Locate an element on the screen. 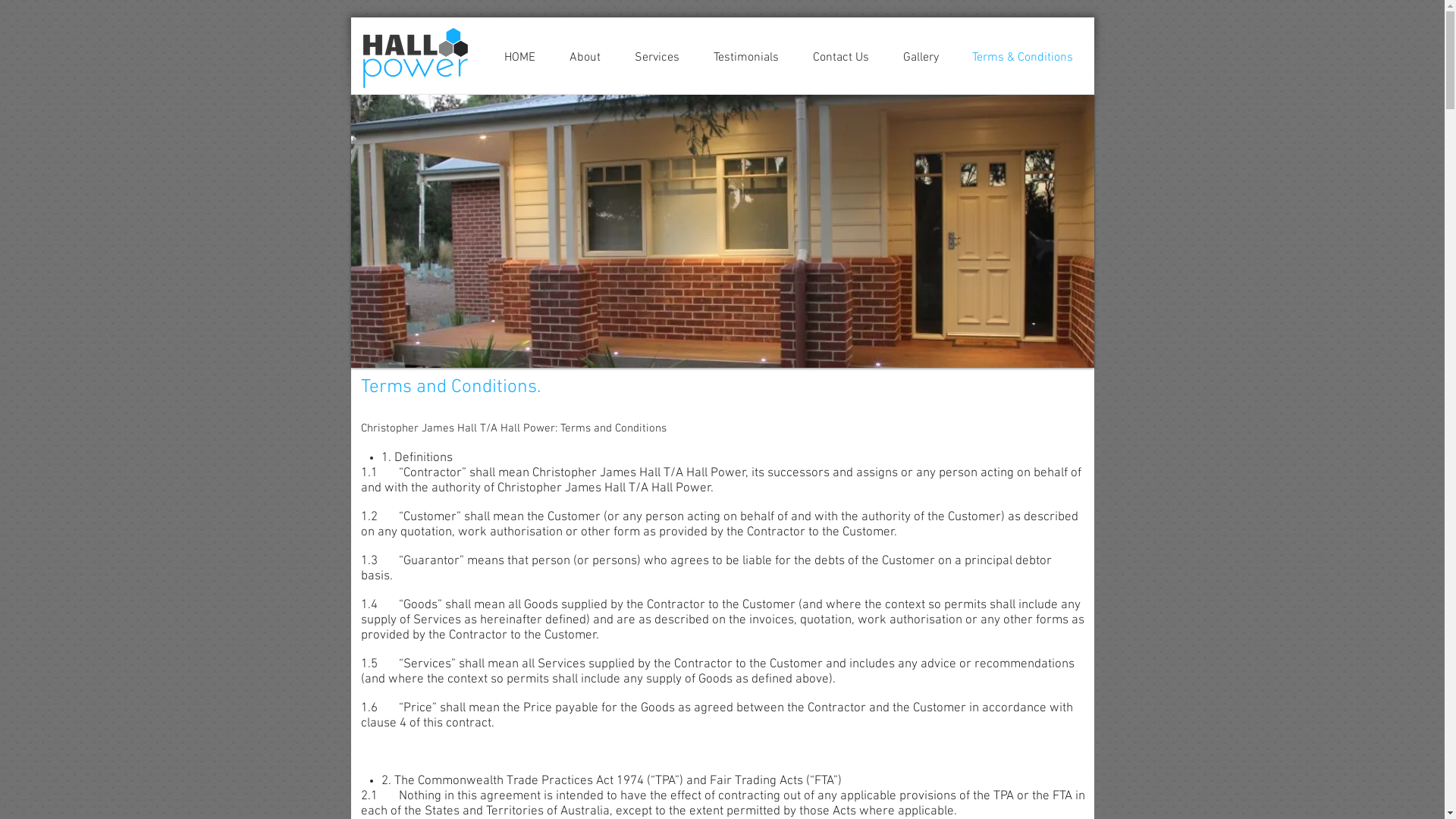  'HOME' is located at coordinates (519, 57).